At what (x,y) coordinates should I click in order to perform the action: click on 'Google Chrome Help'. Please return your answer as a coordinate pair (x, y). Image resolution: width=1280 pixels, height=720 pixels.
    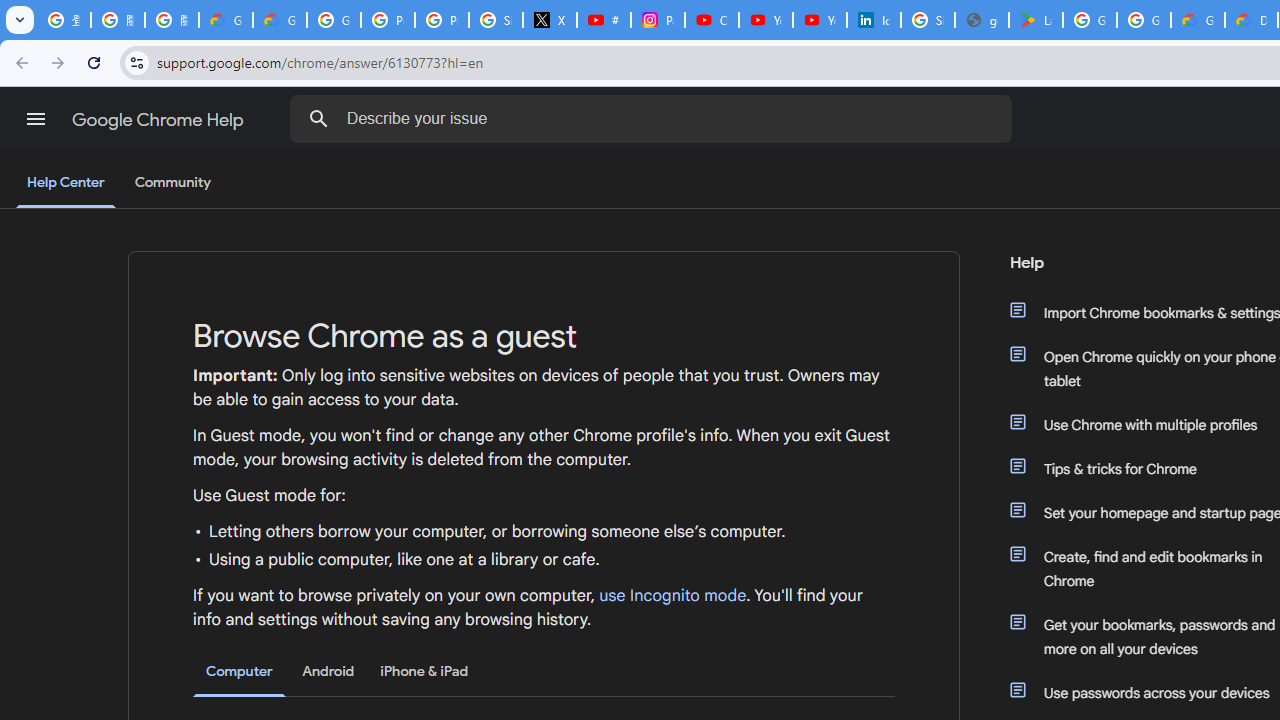
    Looking at the image, I should click on (160, 119).